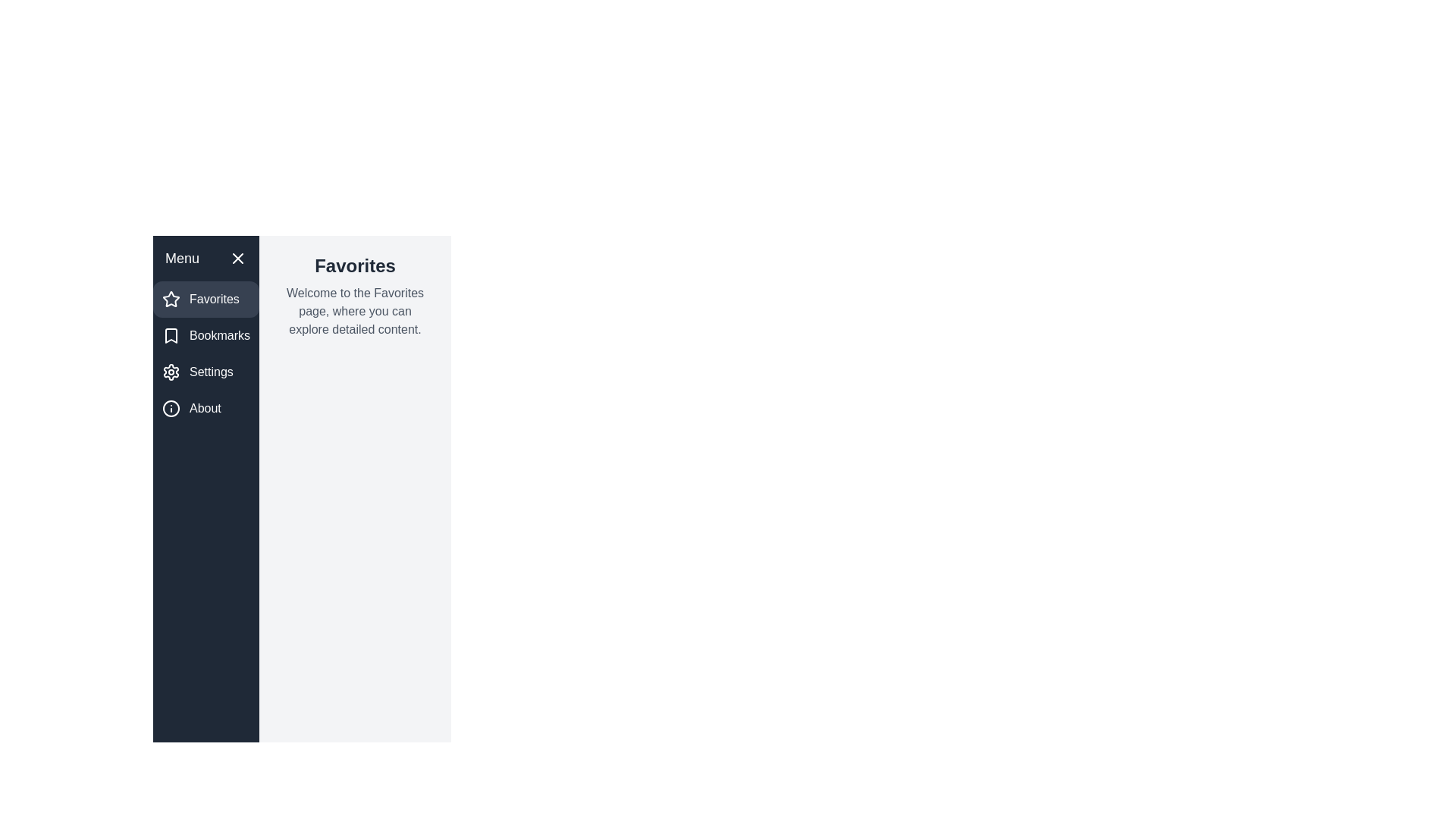  Describe the element at coordinates (171, 299) in the screenshot. I see `the Favorites icon in the navigation menu, which is the first icon beside the 'Favorites' label located near the top of the vertical navigation menu on the left side` at that location.